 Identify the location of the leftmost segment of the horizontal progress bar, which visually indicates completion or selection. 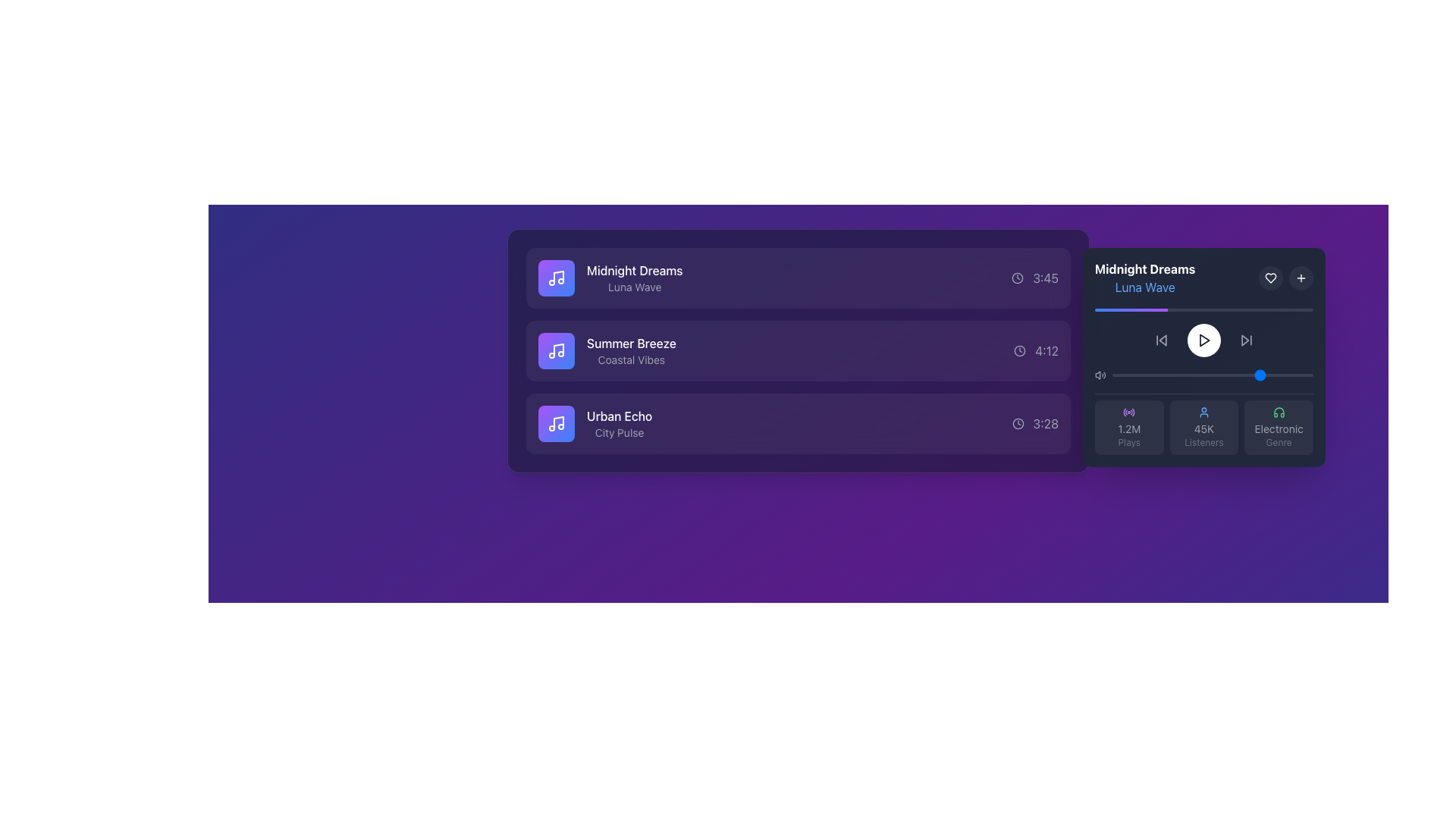
(1131, 309).